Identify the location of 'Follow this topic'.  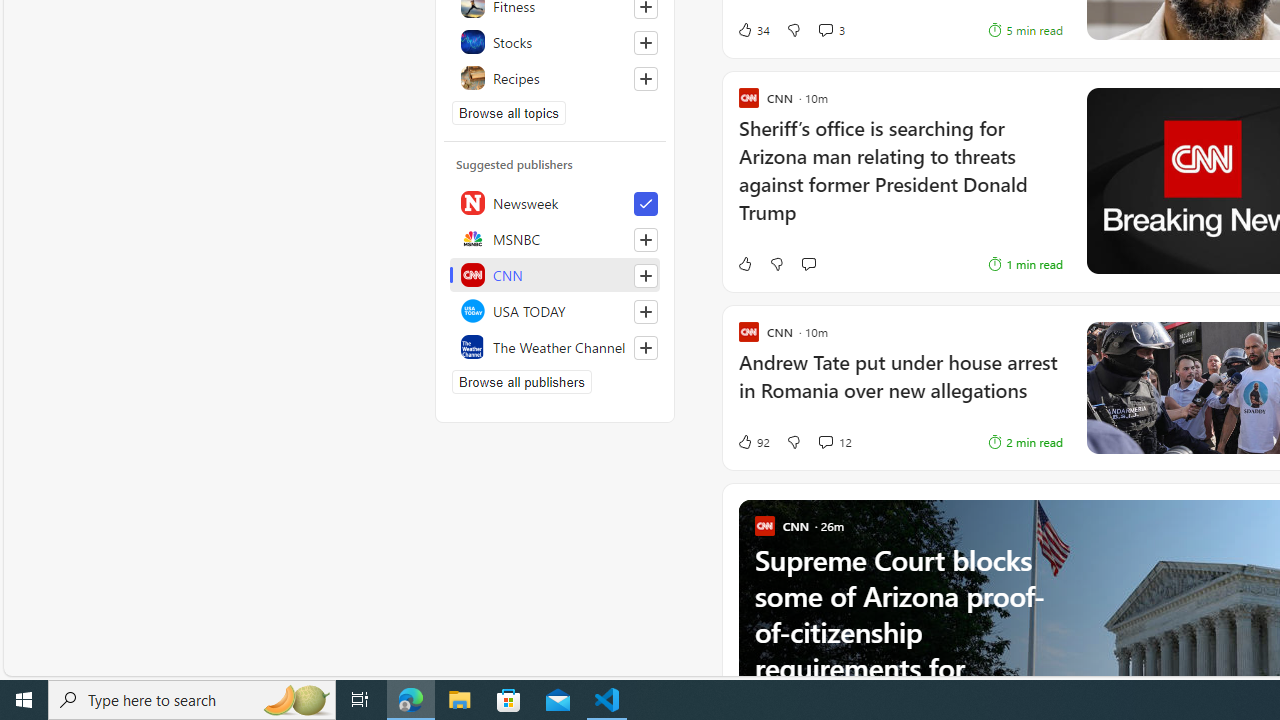
(645, 77).